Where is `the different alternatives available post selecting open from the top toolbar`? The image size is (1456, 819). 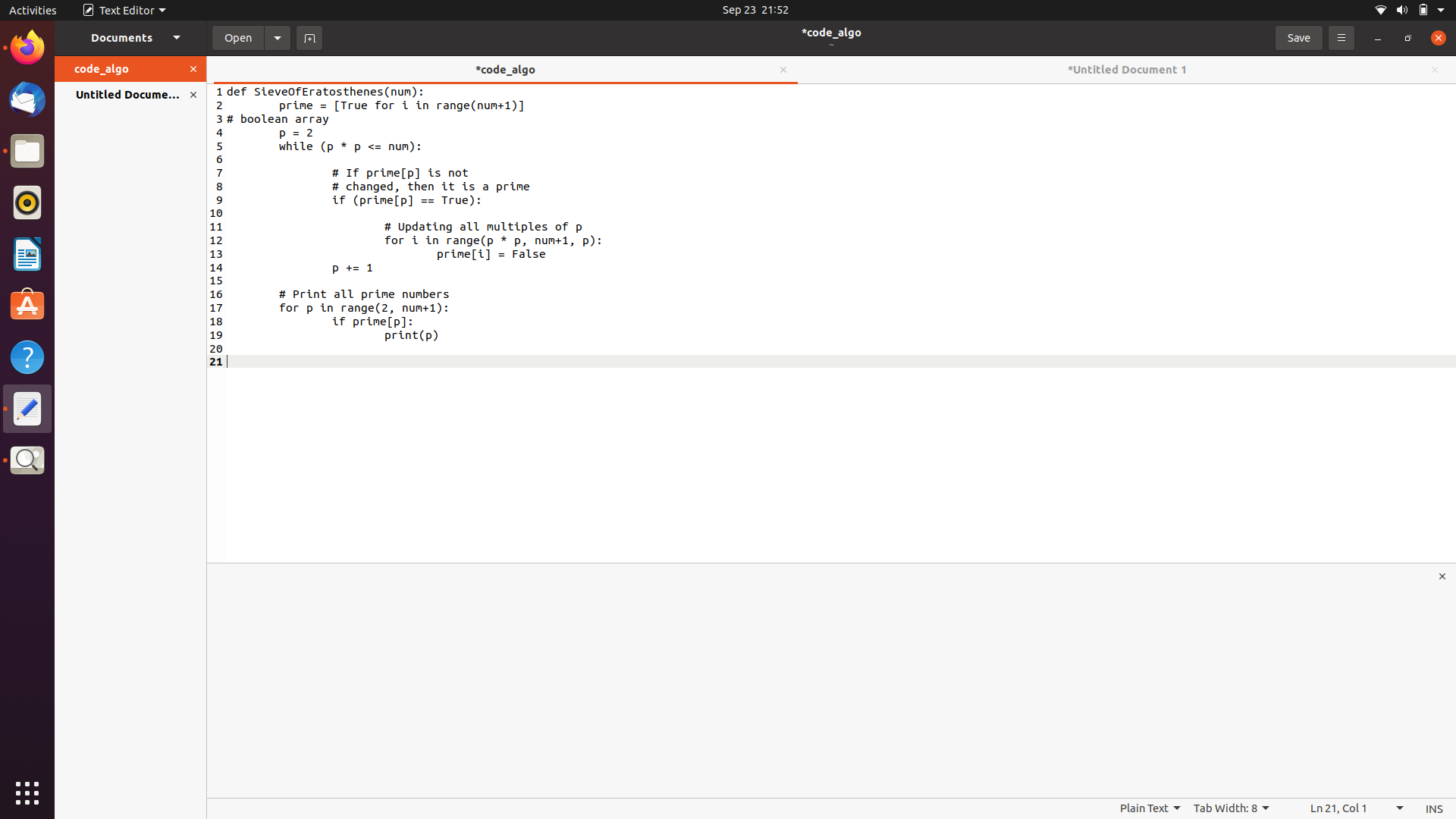 the different alternatives available post selecting open from the top toolbar is located at coordinates (278, 36).